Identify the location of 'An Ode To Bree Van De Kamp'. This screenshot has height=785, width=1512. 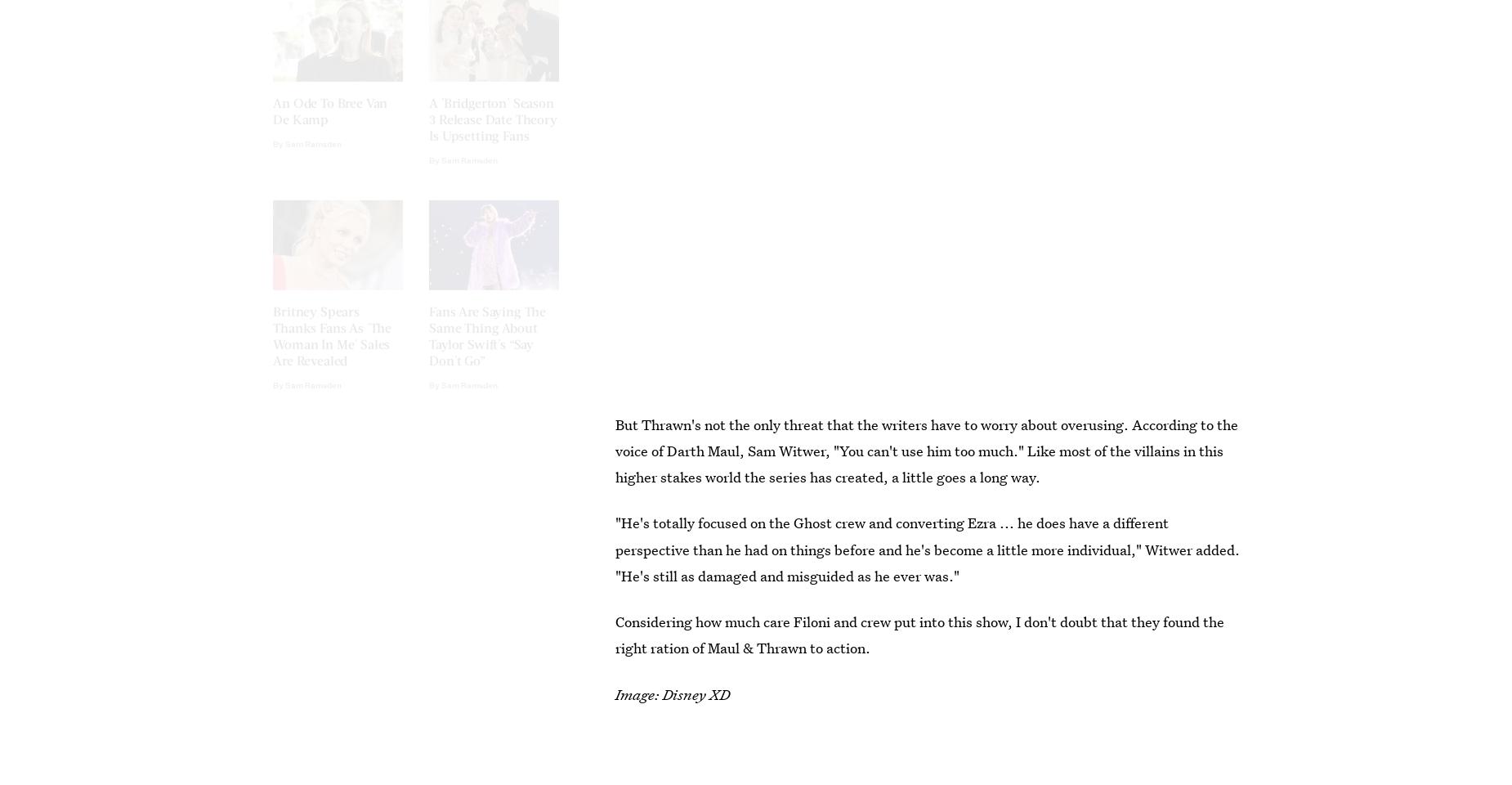
(329, 123).